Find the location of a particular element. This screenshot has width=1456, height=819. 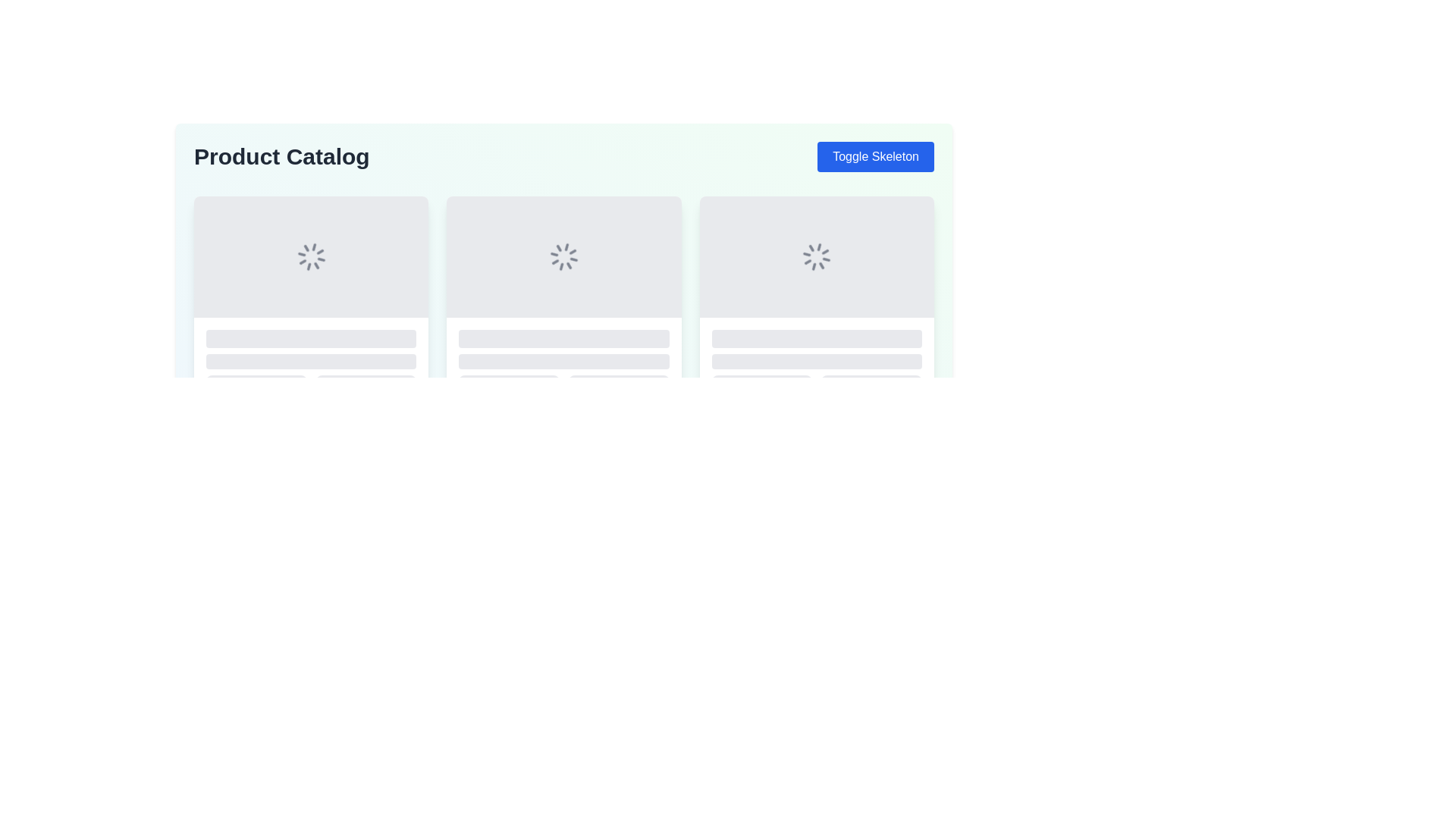

the loading animation displayed in the second position of the horizontally arranged list of loading indicators is located at coordinates (563, 256).